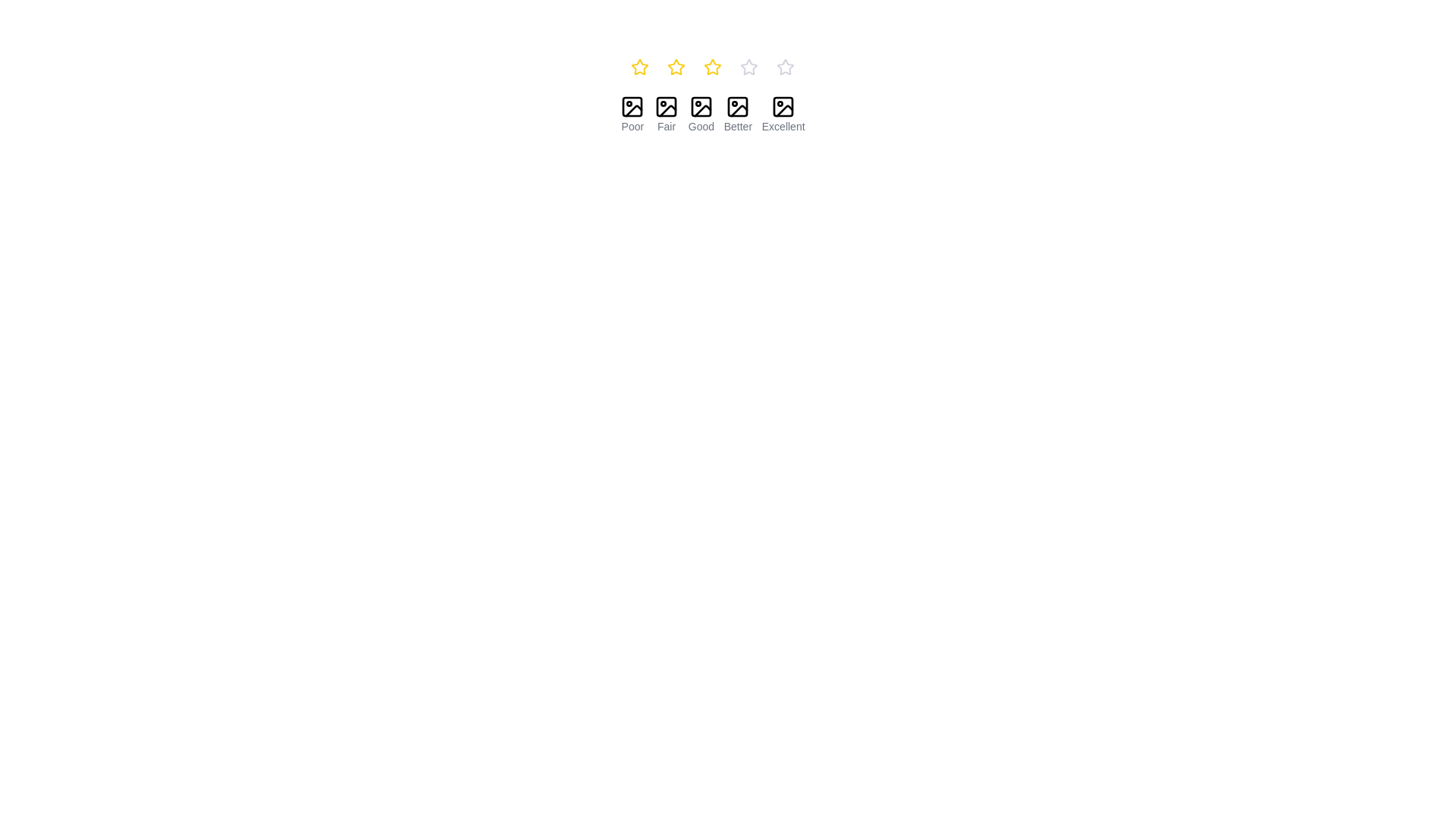 The height and width of the screenshot is (819, 1456). Describe the element at coordinates (700, 106) in the screenshot. I see `the third icon in the horizontal sequence of rating icons, located directly below the text 'Good'` at that location.